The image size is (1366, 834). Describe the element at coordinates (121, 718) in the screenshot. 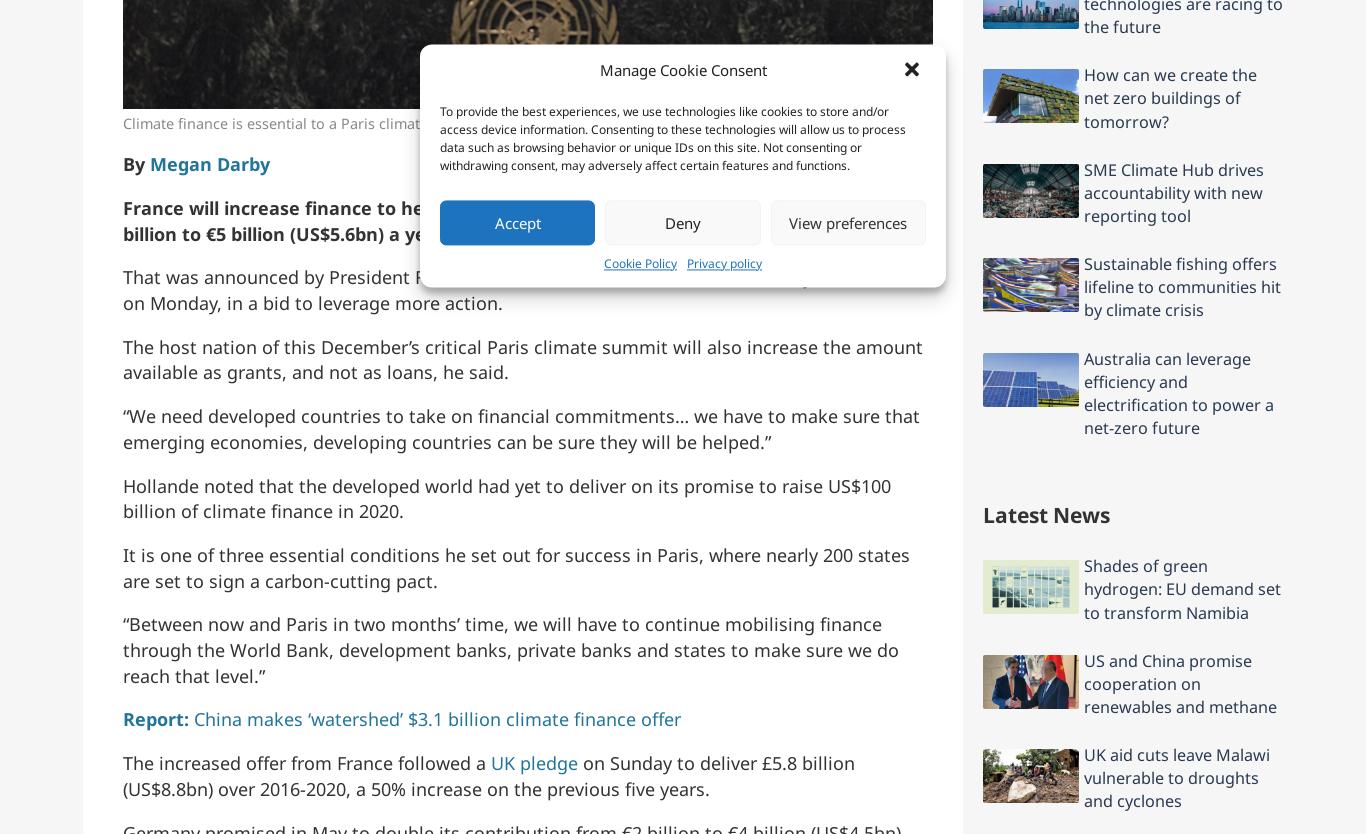

I see `'Report:'` at that location.